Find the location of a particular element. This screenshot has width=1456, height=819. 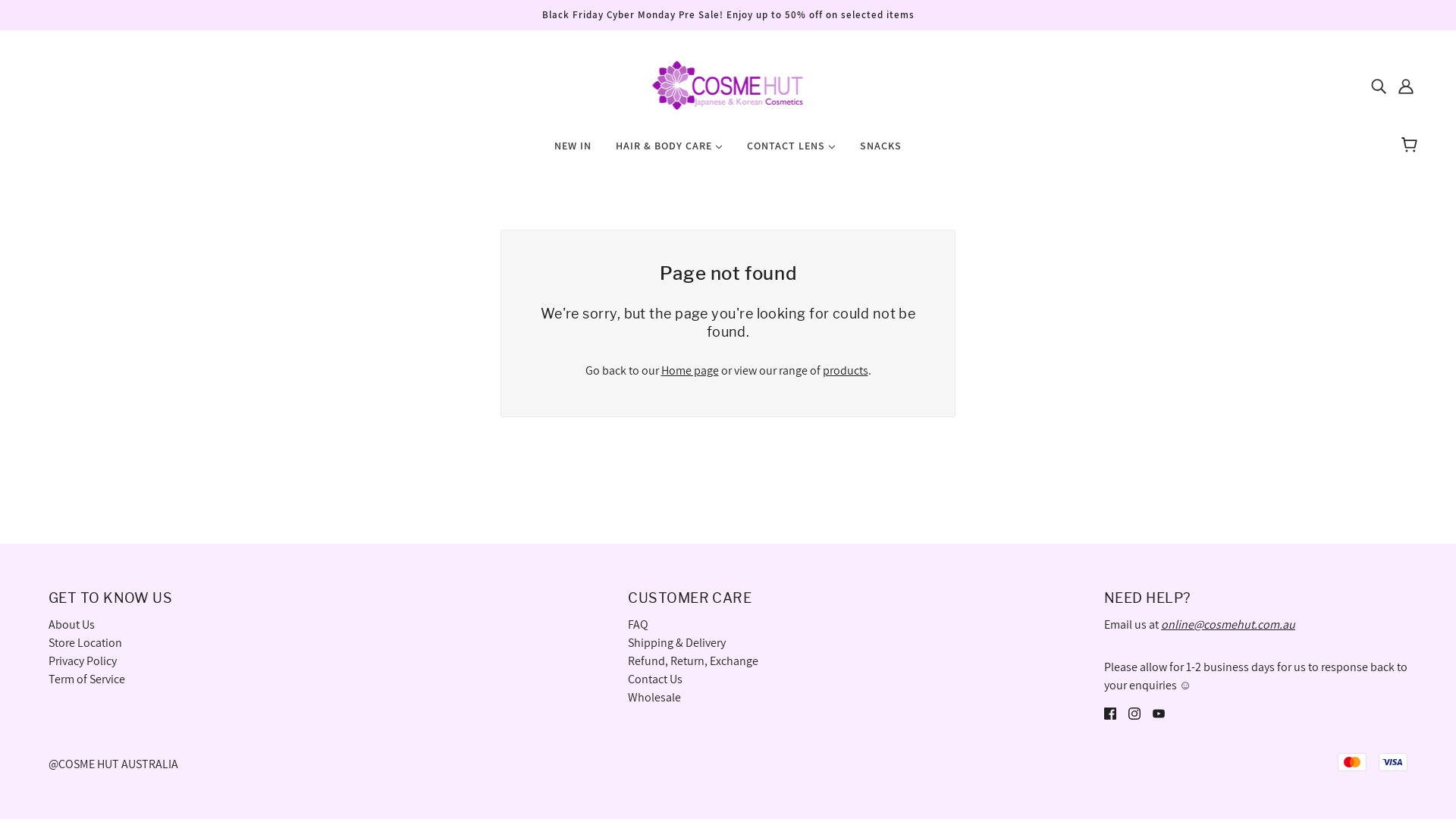

'NEW IN' is located at coordinates (572, 152).